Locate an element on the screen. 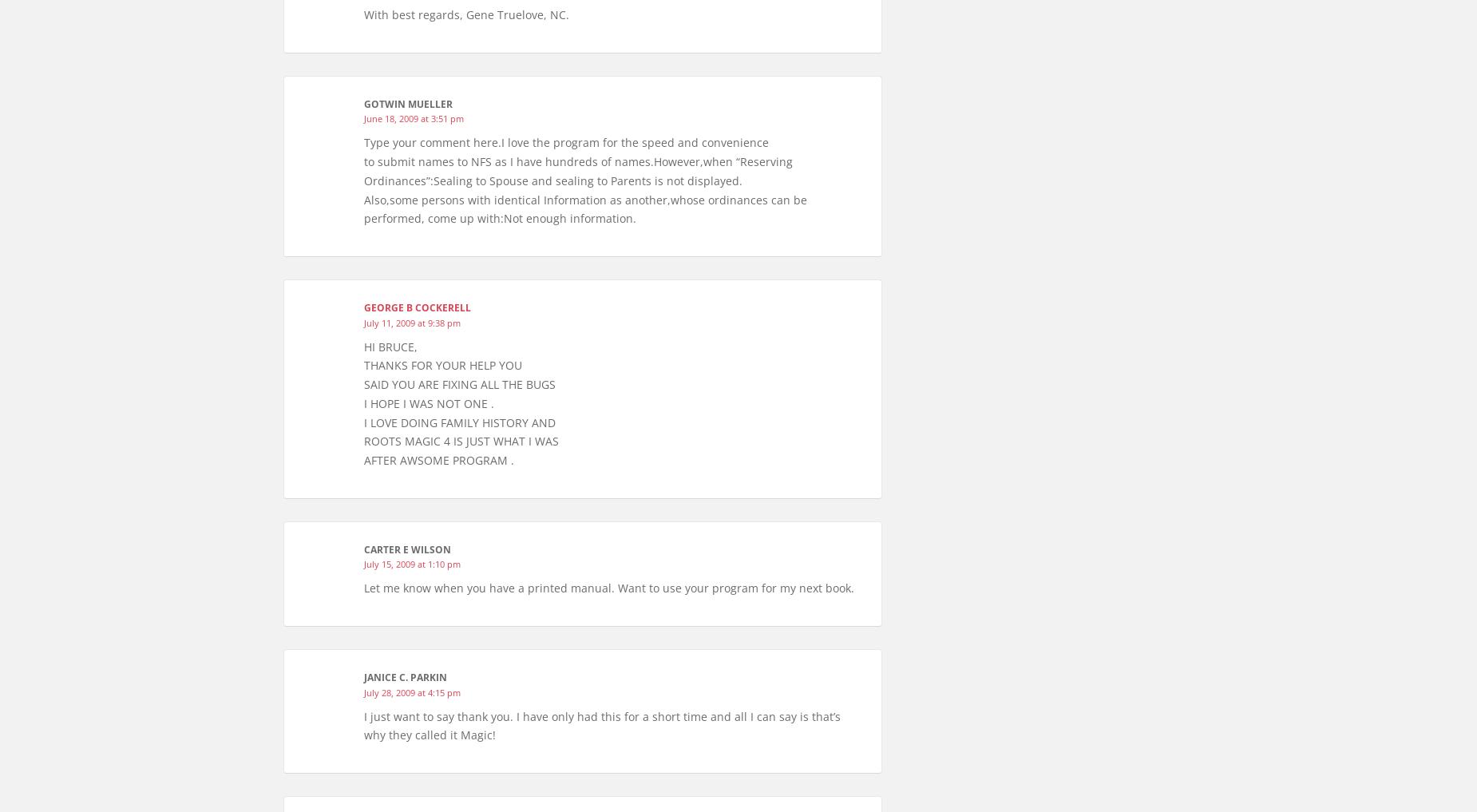  'July 28, 2009 at 4:15 pm' is located at coordinates (412, 691).